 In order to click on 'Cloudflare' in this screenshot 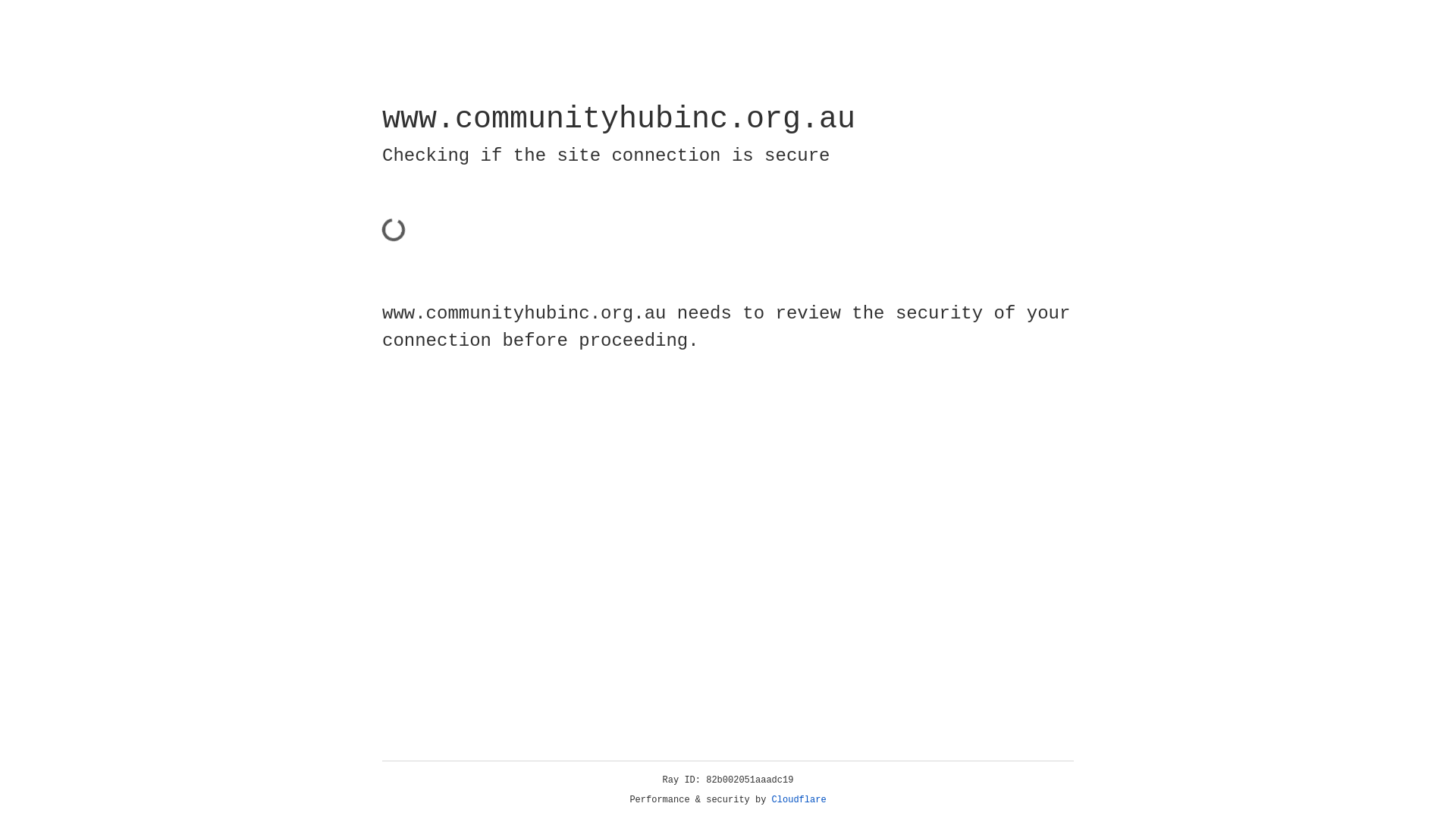, I will do `click(799, 799)`.